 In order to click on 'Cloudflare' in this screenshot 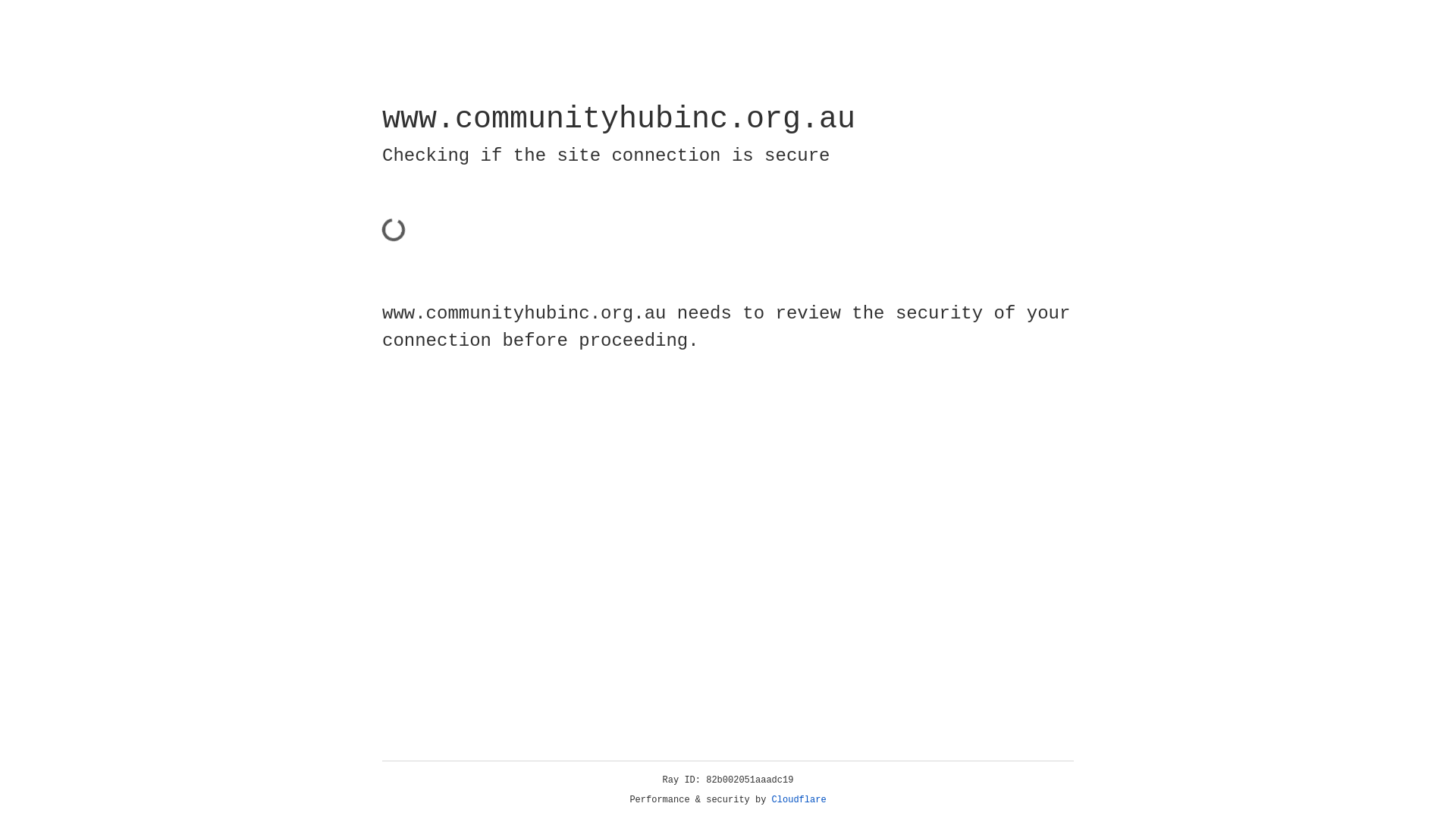, I will do `click(799, 799)`.